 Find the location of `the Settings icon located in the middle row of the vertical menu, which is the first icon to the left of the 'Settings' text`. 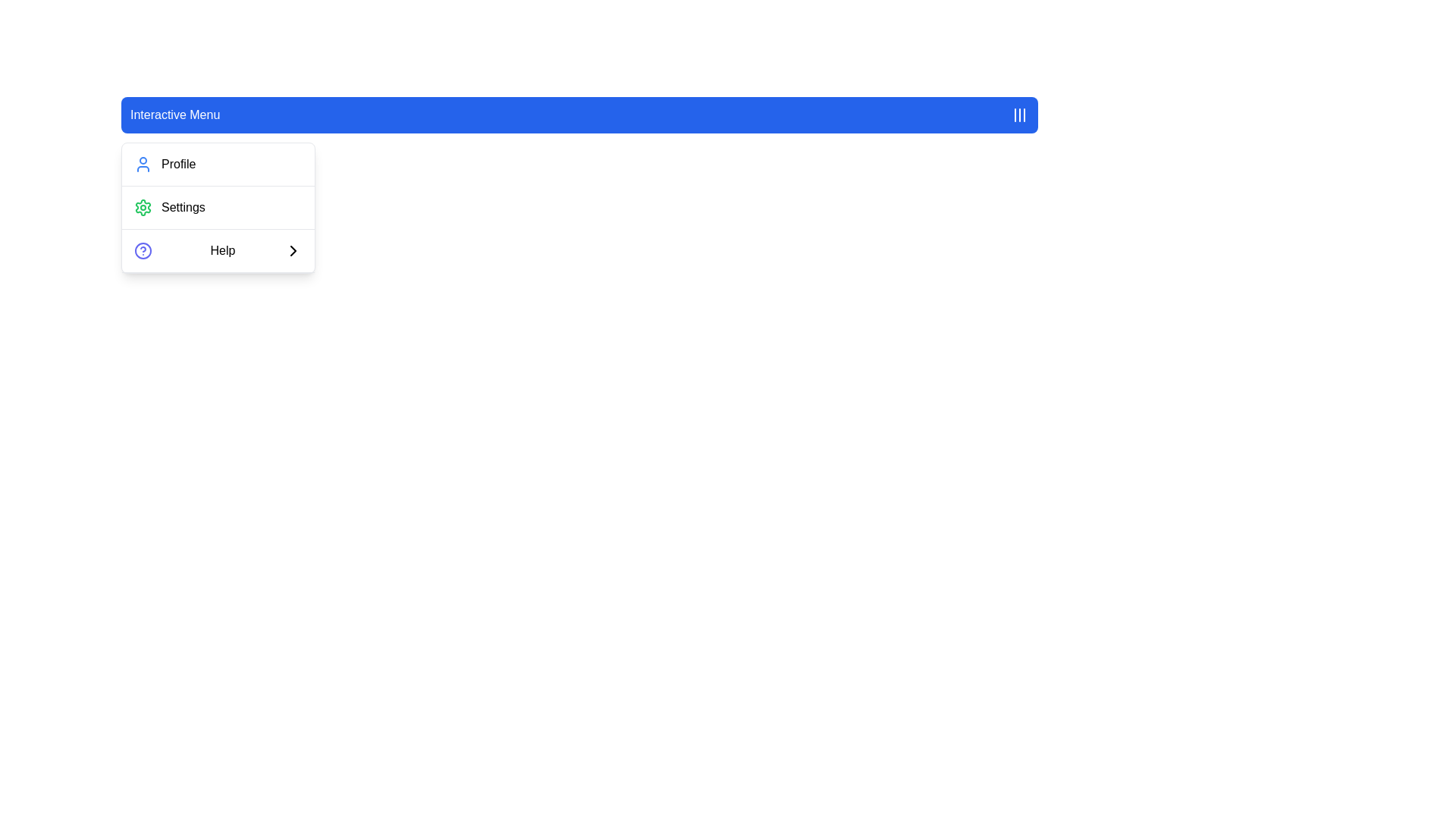

the Settings icon located in the middle row of the vertical menu, which is the first icon to the left of the 'Settings' text is located at coordinates (143, 207).